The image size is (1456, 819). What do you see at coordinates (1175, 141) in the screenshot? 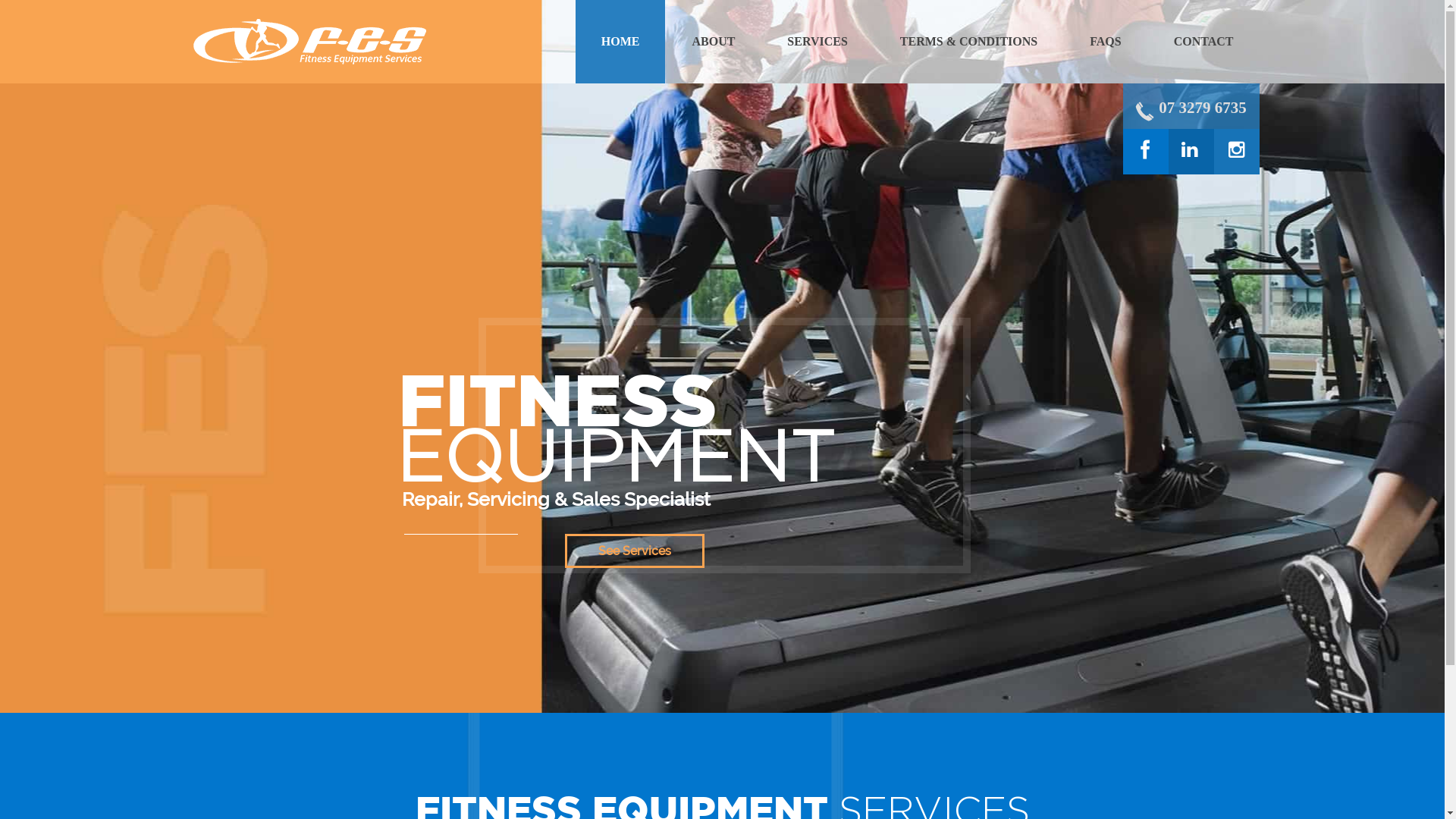
I see `'linkedin'` at bounding box center [1175, 141].